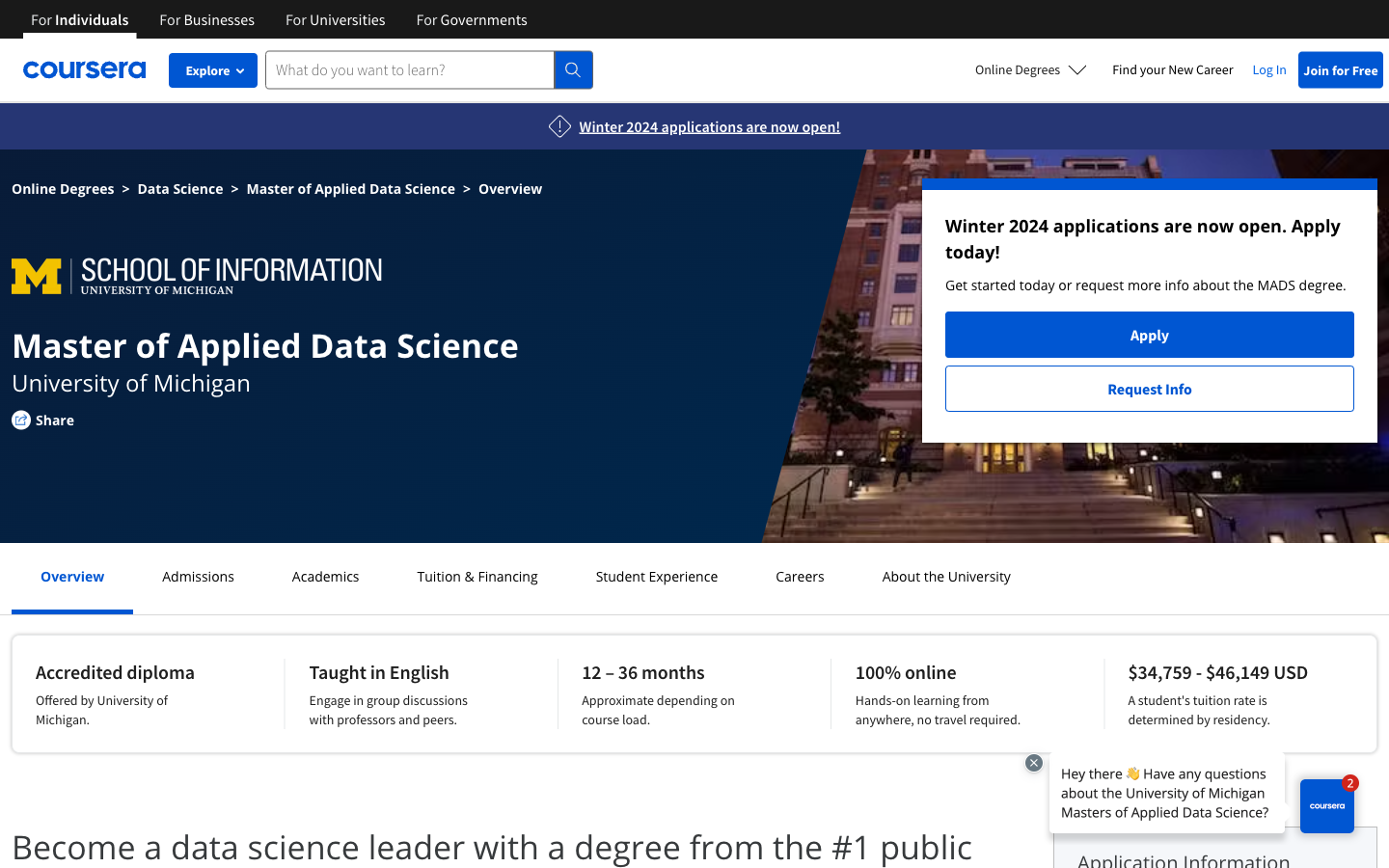  What do you see at coordinates (198, 576) in the screenshot?
I see `for the course admission` at bounding box center [198, 576].